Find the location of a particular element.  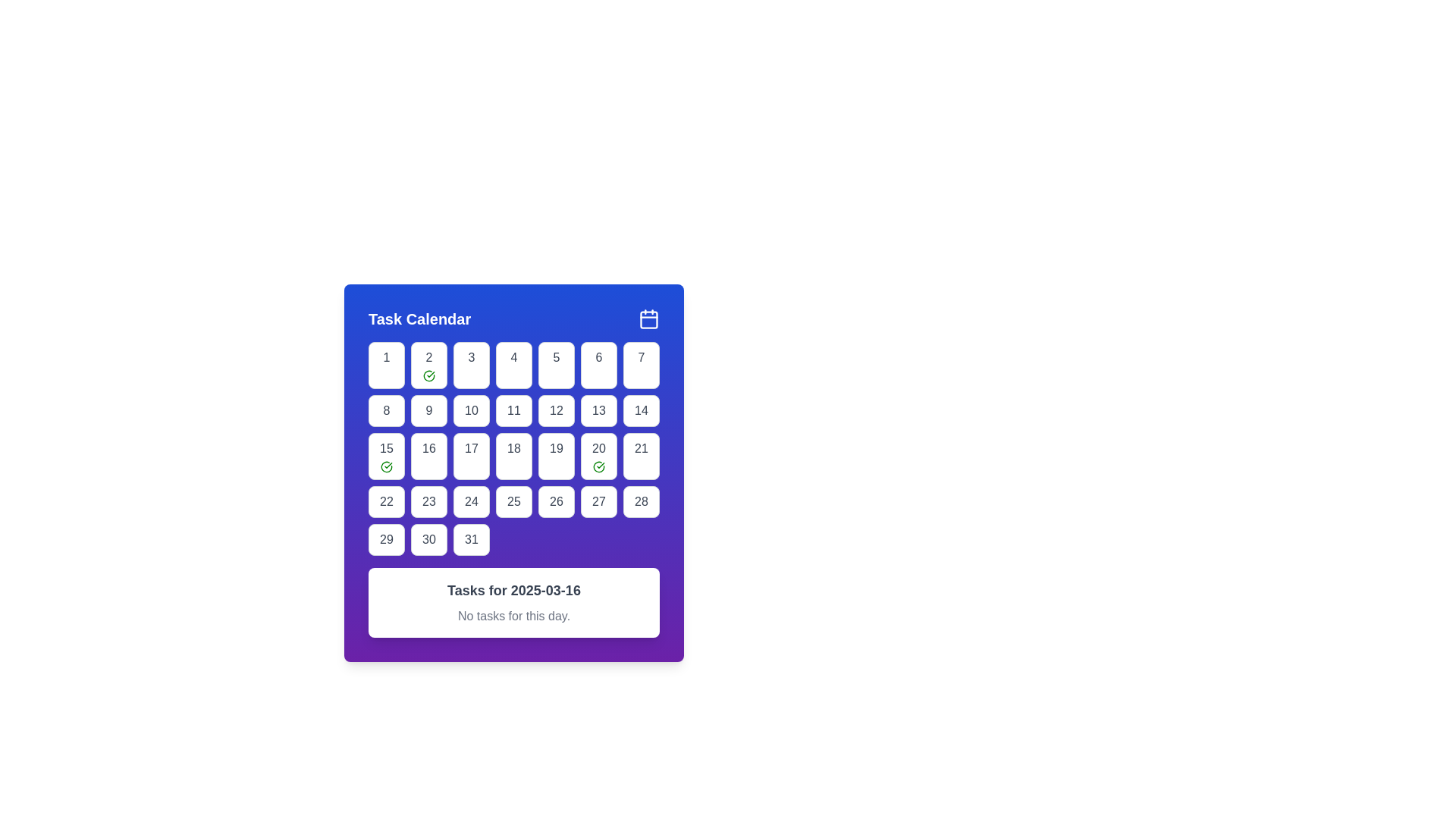

the date '4' within the calendar interface, which is the fourth item in the first visible row of the calendar is located at coordinates (513, 357).